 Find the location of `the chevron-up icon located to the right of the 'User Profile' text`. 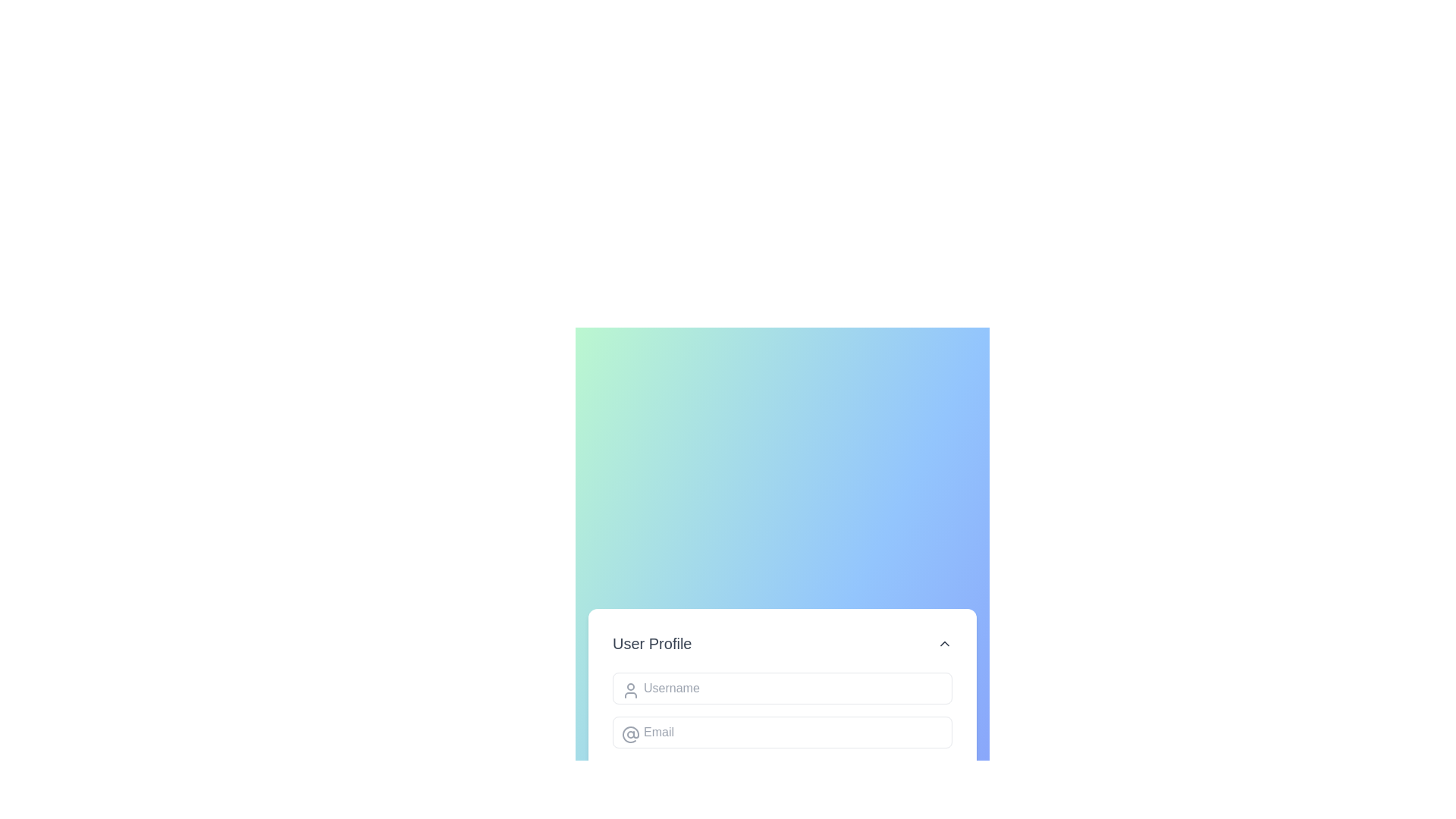

the chevron-up icon located to the right of the 'User Profile' text is located at coordinates (944, 643).